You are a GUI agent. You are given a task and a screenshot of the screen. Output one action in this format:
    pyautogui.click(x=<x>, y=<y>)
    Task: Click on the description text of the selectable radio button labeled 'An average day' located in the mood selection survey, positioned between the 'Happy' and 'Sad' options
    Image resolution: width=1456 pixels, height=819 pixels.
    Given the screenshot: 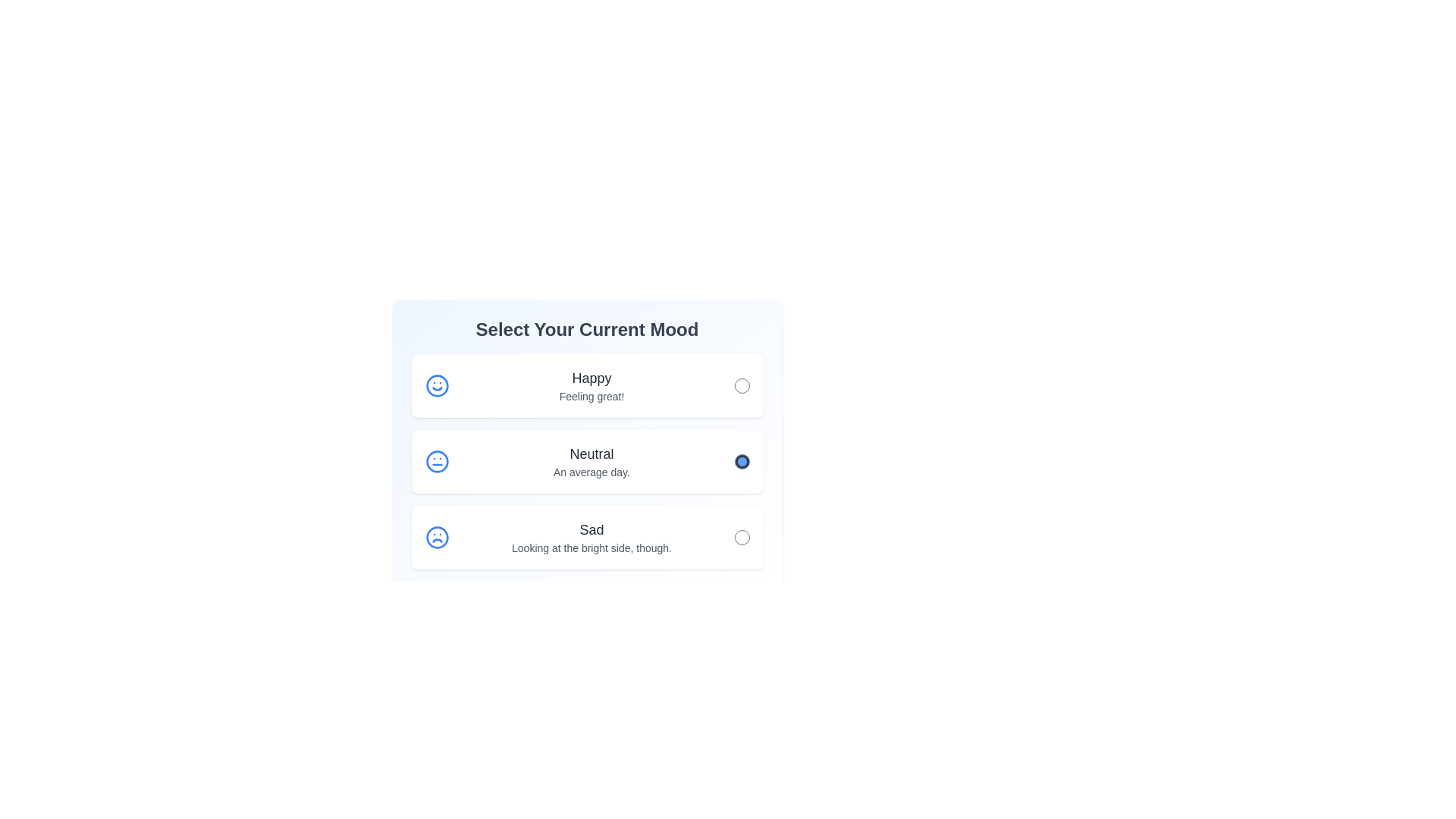 What is the action you would take?
    pyautogui.click(x=586, y=461)
    